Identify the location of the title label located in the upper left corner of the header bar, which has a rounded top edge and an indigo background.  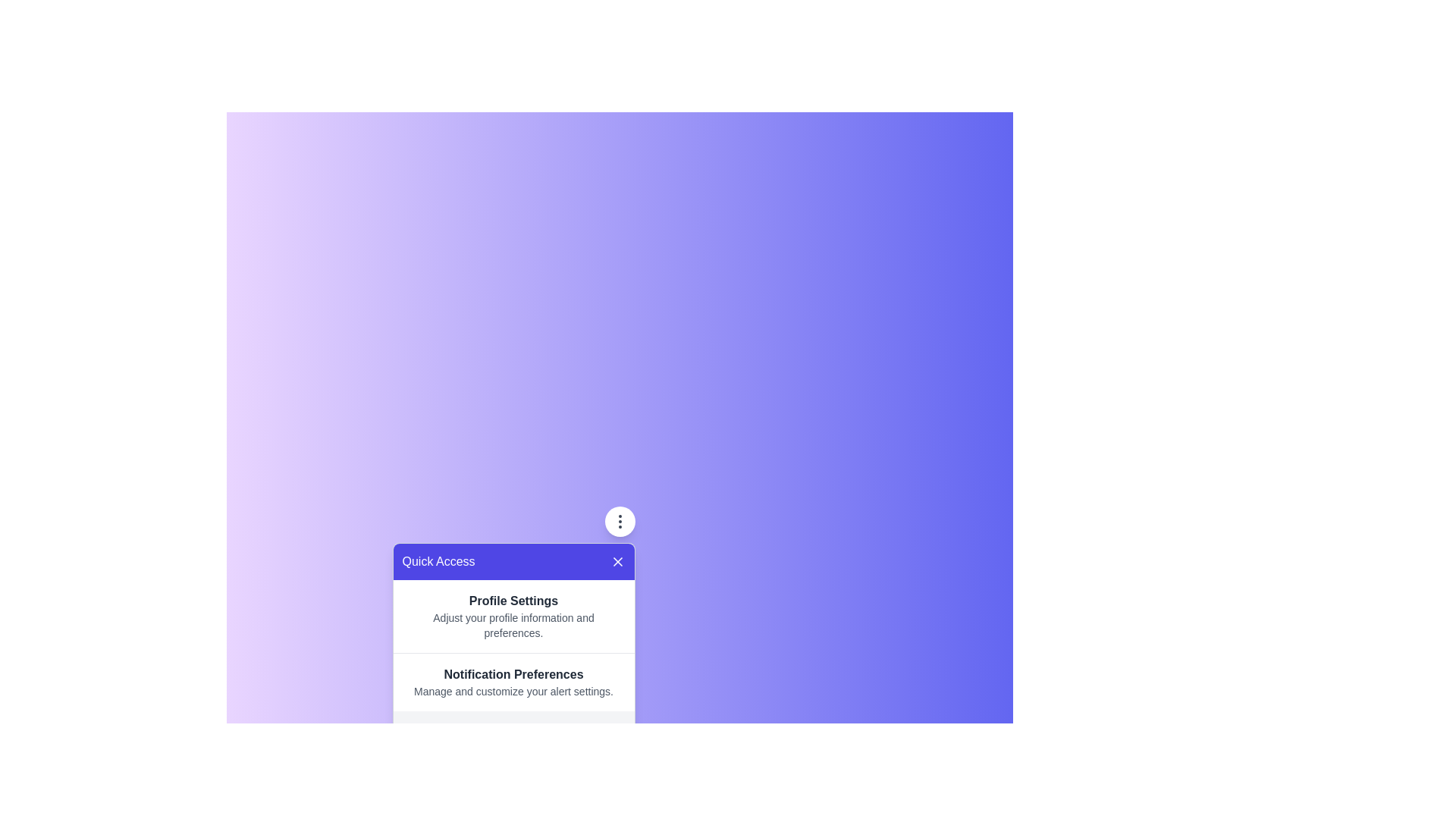
(438, 561).